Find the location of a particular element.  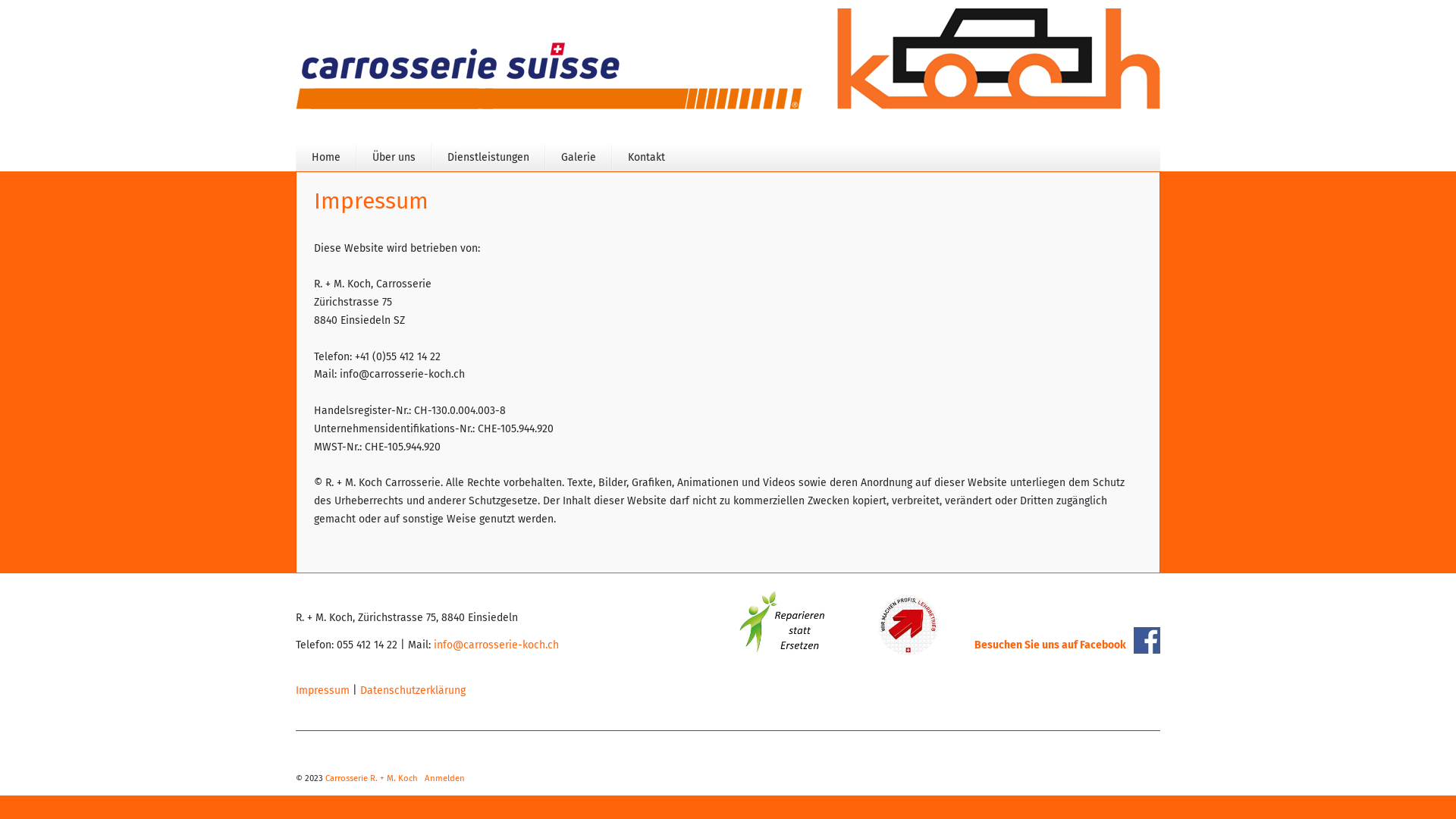

'Galerie' is located at coordinates (578, 158).